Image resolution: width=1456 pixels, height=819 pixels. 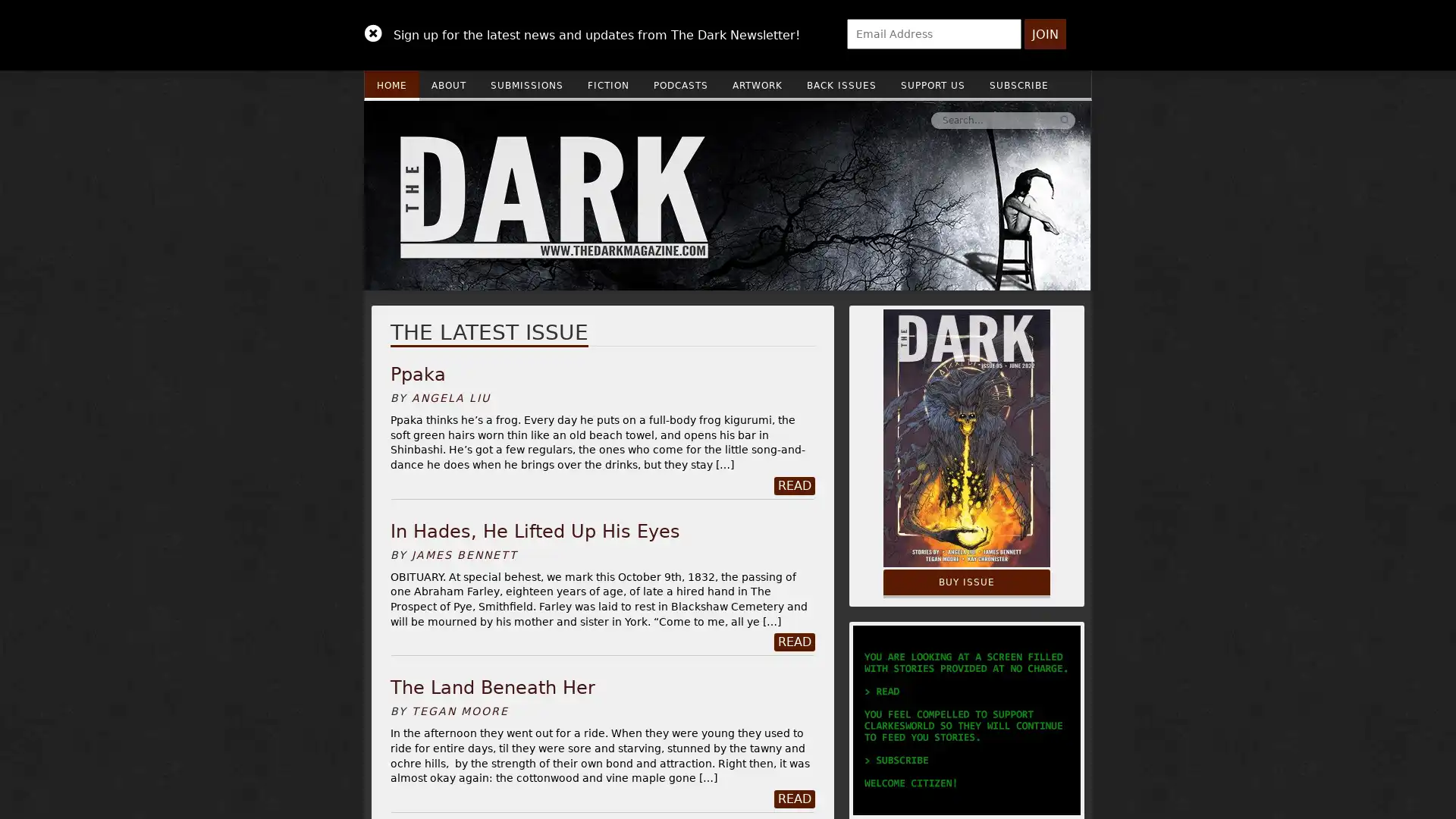 What do you see at coordinates (836, 119) in the screenshot?
I see `Search` at bounding box center [836, 119].